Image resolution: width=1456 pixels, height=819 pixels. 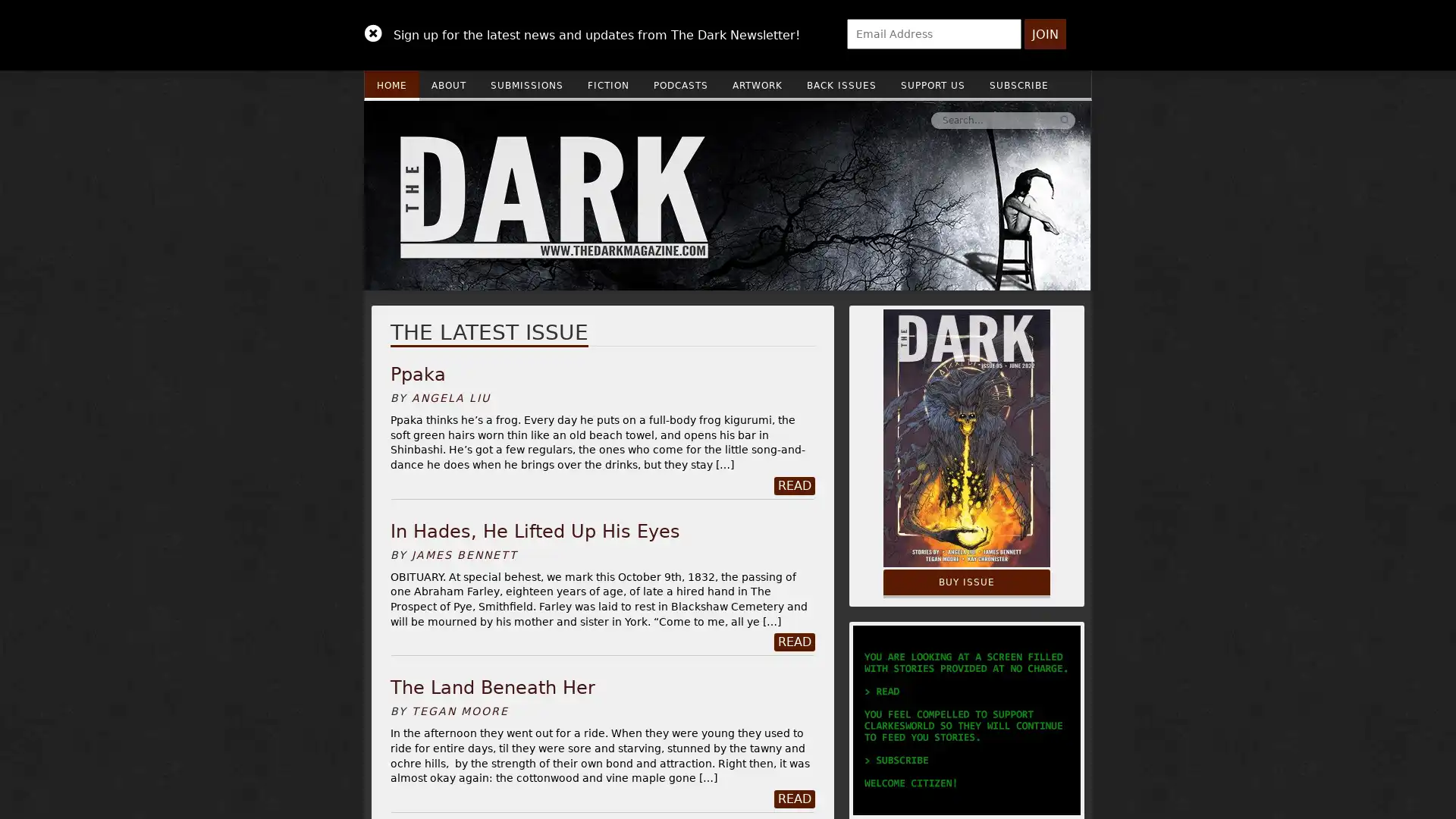 What do you see at coordinates (836, 119) in the screenshot?
I see `Search` at bounding box center [836, 119].